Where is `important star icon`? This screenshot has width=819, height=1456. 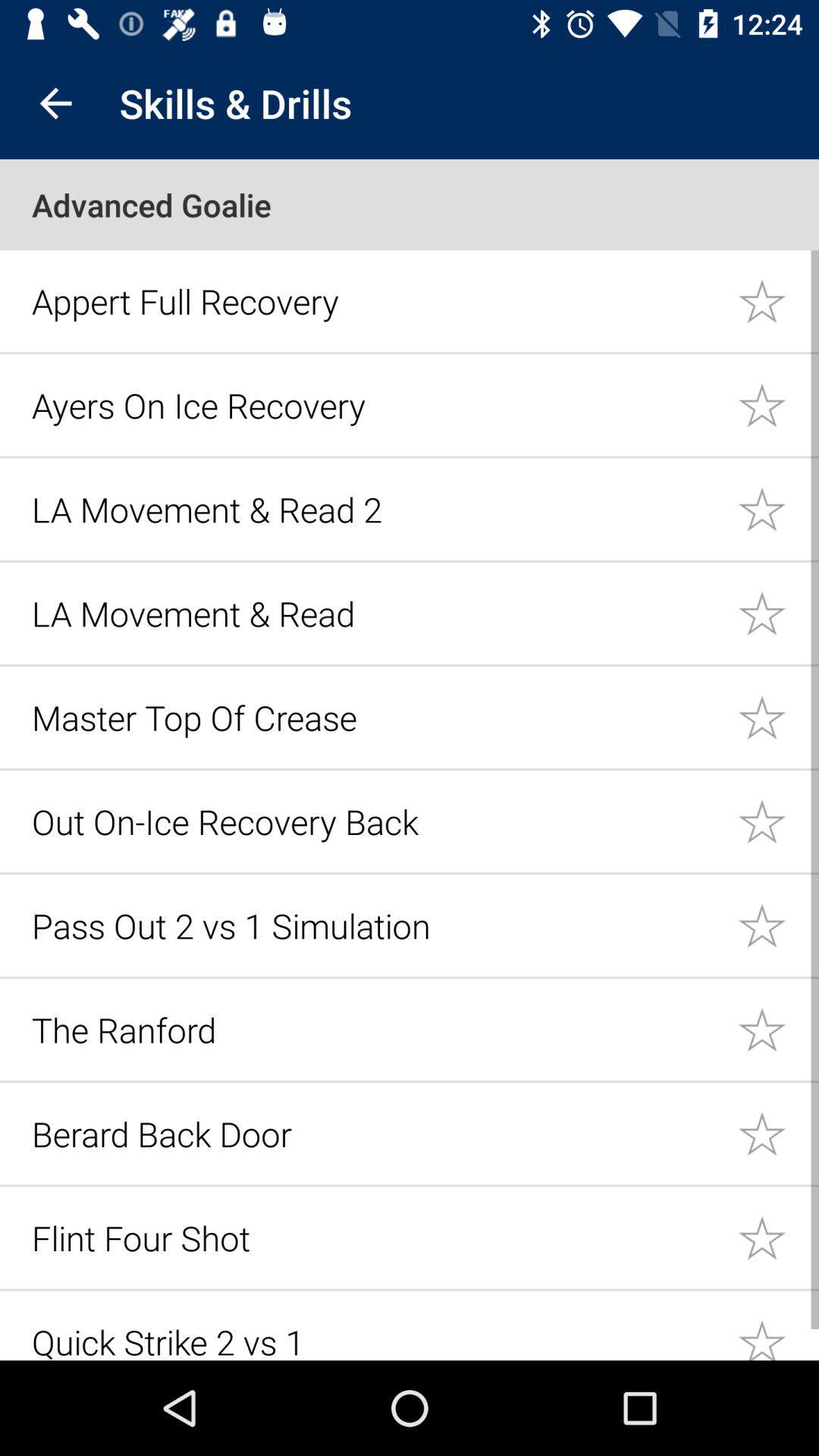 important star icon is located at coordinates (778, 1029).